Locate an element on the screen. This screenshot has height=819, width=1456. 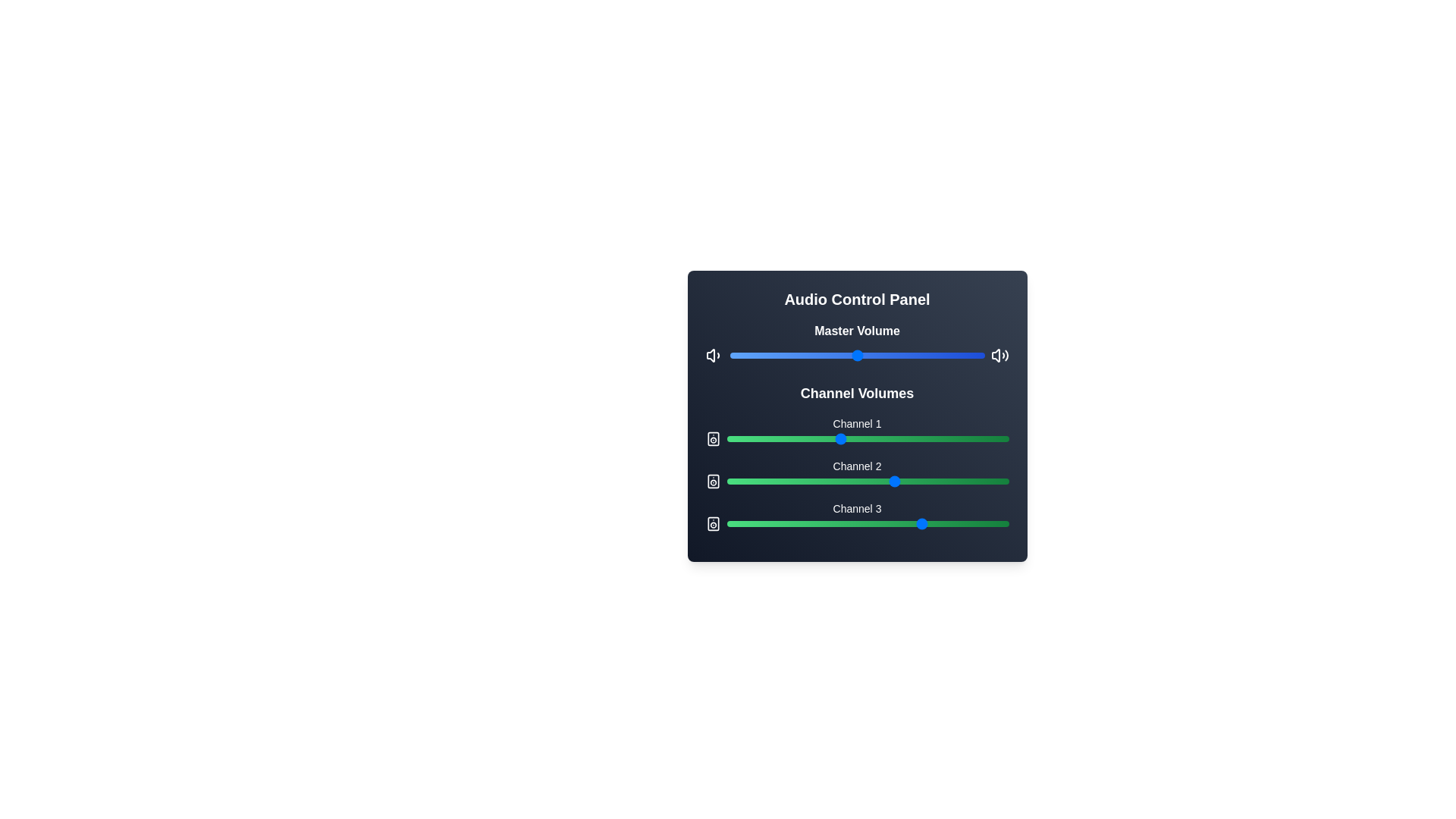
the 'Channel 1' volume is located at coordinates (884, 438).